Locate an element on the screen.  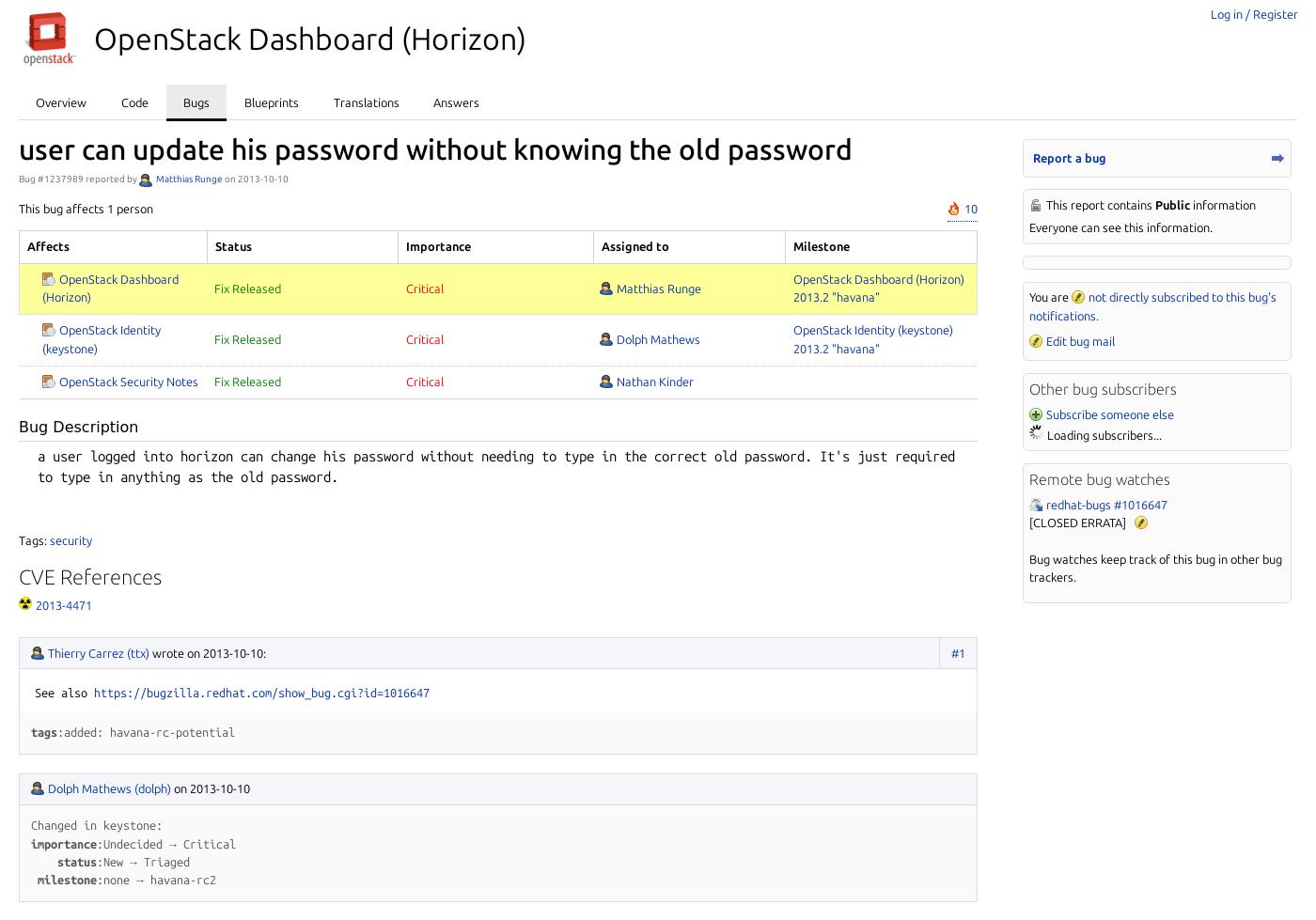
'com/show_' is located at coordinates (251, 691).